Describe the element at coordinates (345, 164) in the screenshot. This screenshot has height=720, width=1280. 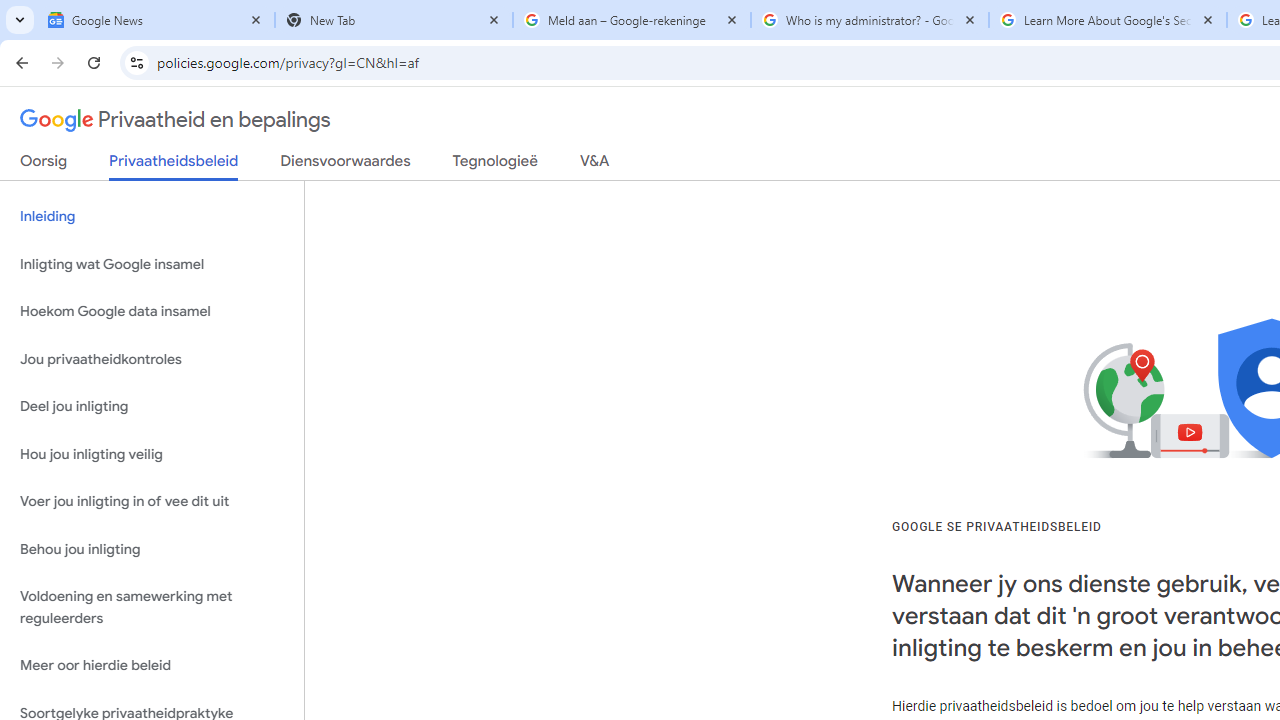
I see `'Diensvoorwaardes'` at that location.